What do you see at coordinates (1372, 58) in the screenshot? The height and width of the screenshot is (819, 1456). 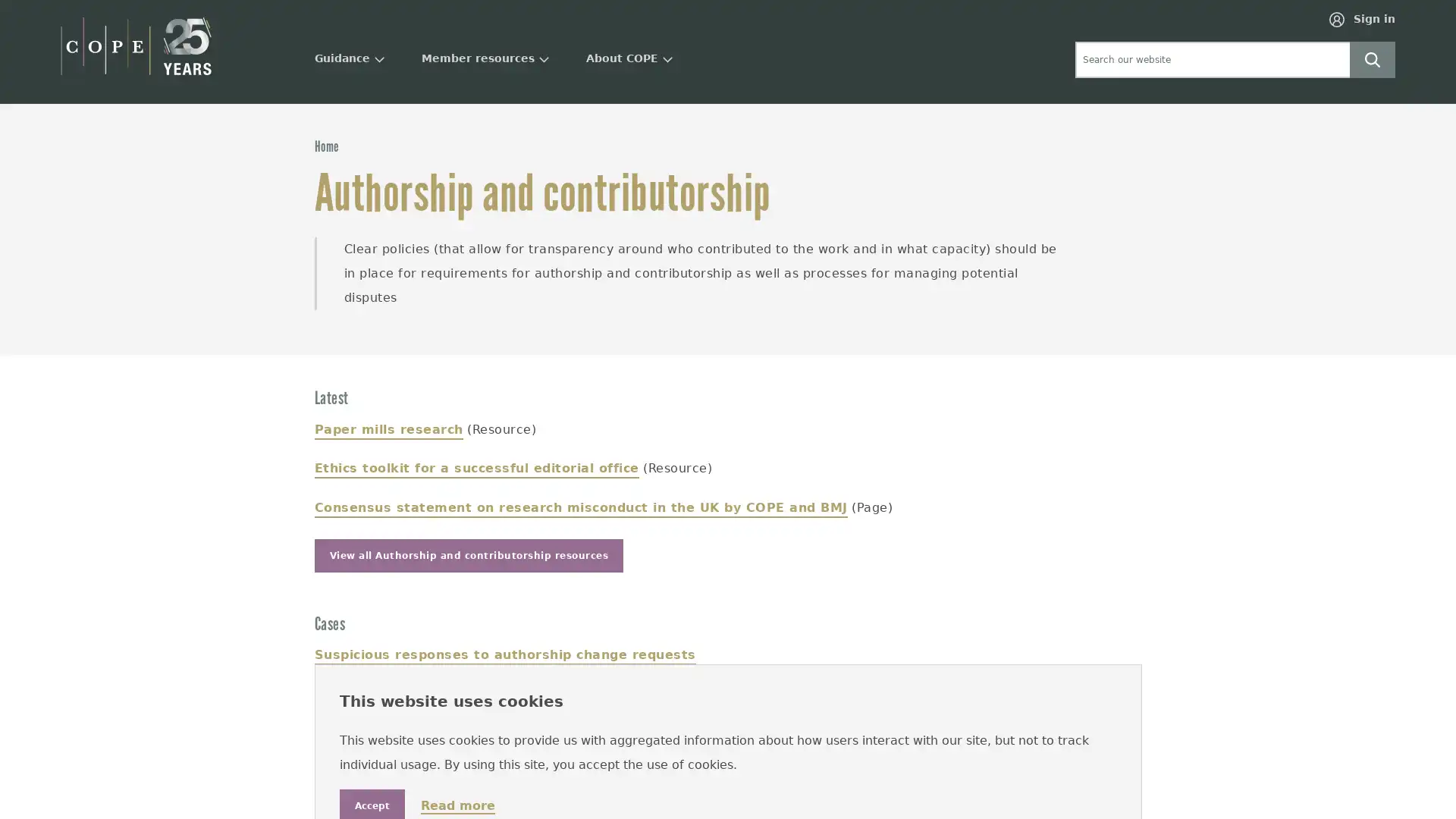 I see `Search` at bounding box center [1372, 58].